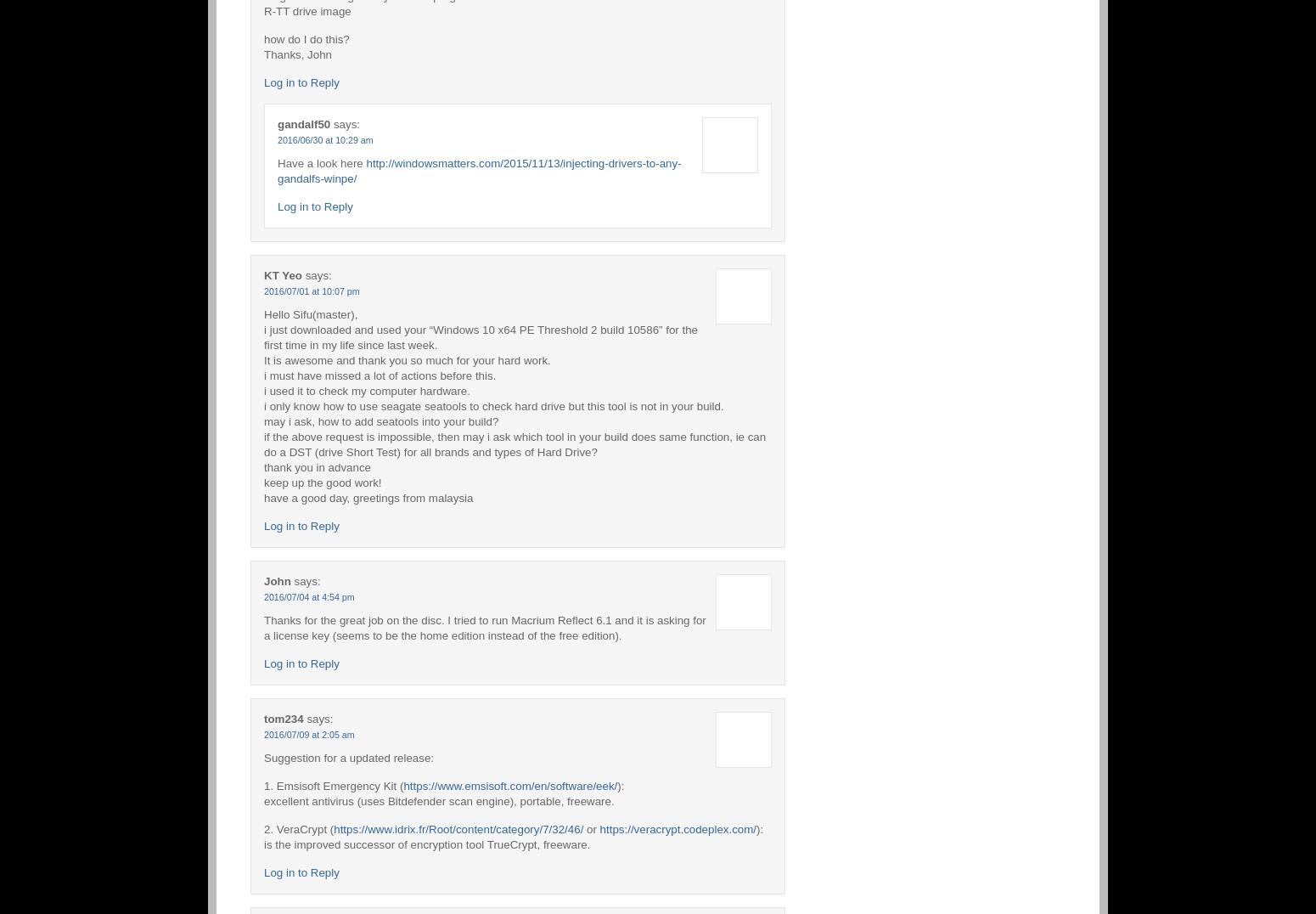 The image size is (1316, 914). Describe the element at coordinates (509, 784) in the screenshot. I see `'https://www.emsisoft.com/en/software/eek/'` at that location.